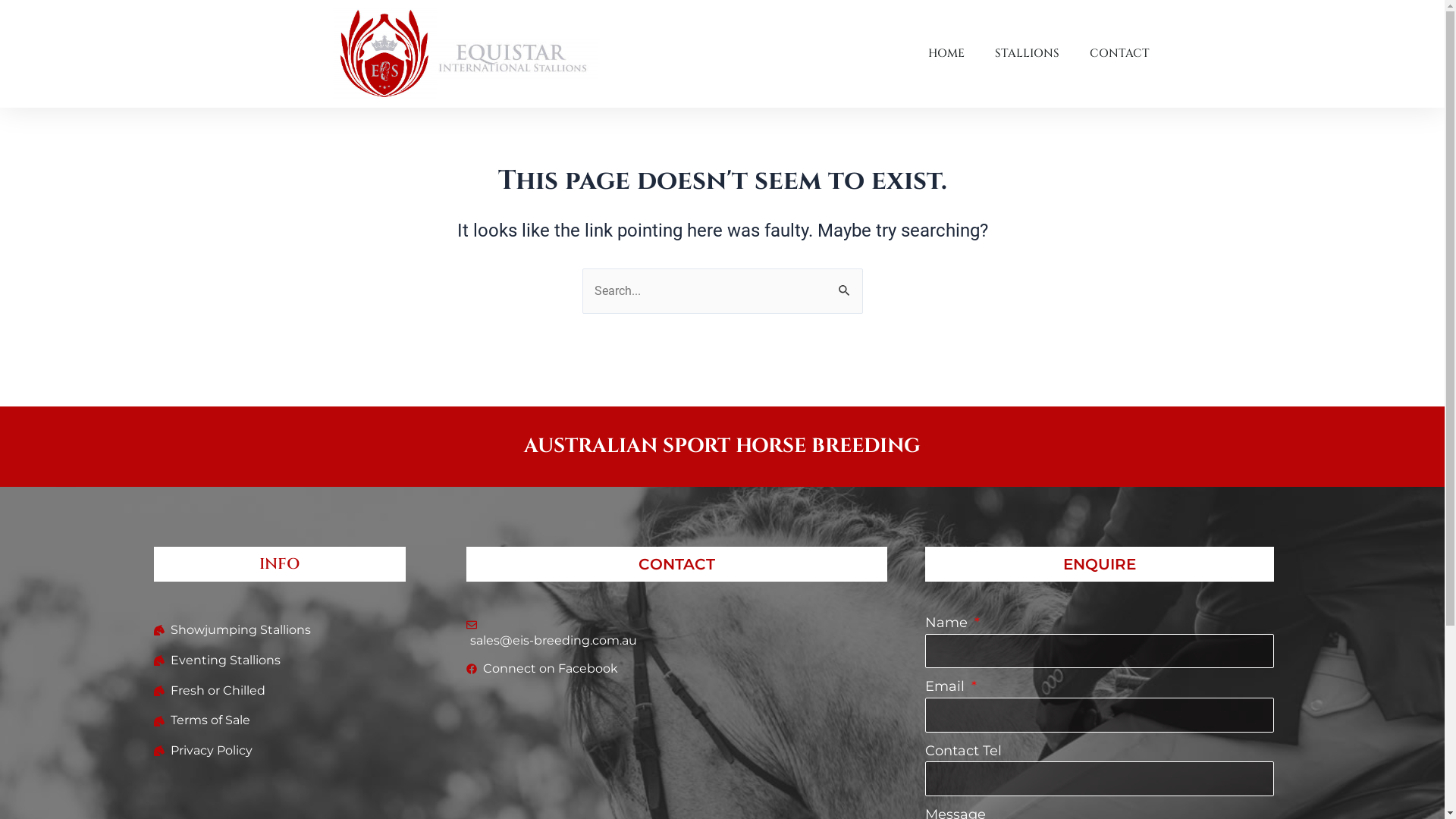  What do you see at coordinates (1027, 52) in the screenshot?
I see `'STALLIONS'` at bounding box center [1027, 52].